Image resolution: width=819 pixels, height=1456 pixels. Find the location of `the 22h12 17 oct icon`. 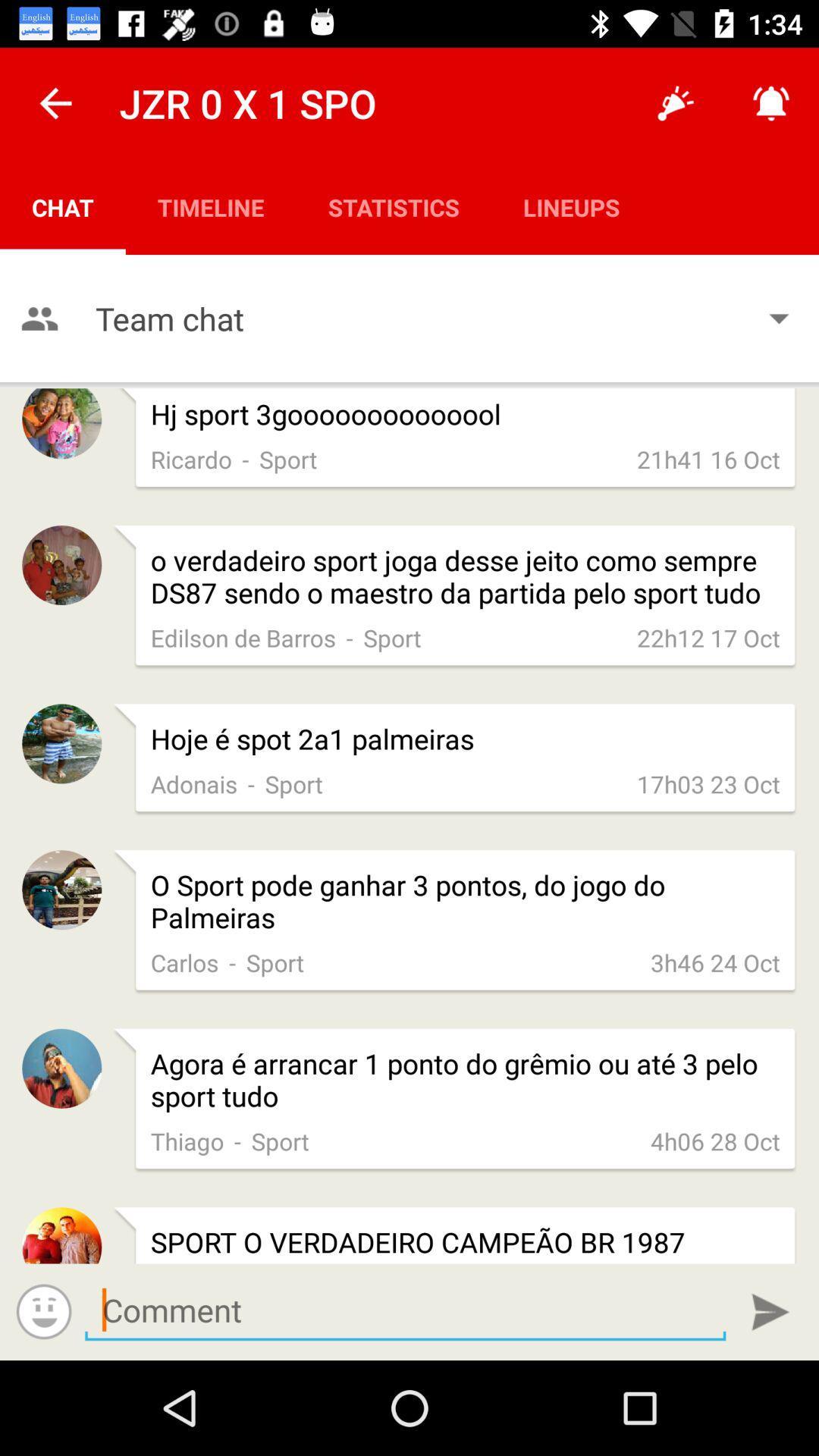

the 22h12 17 oct icon is located at coordinates (708, 638).